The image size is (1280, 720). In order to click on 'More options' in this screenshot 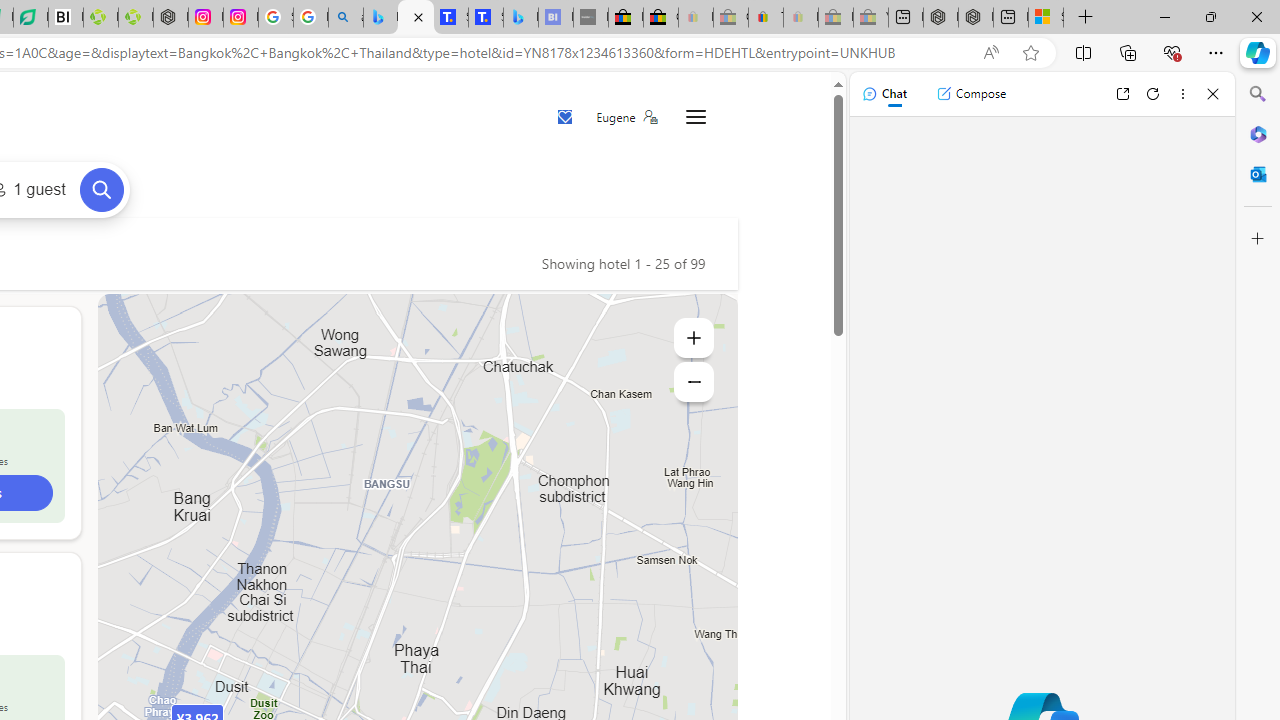, I will do `click(1182, 93)`.